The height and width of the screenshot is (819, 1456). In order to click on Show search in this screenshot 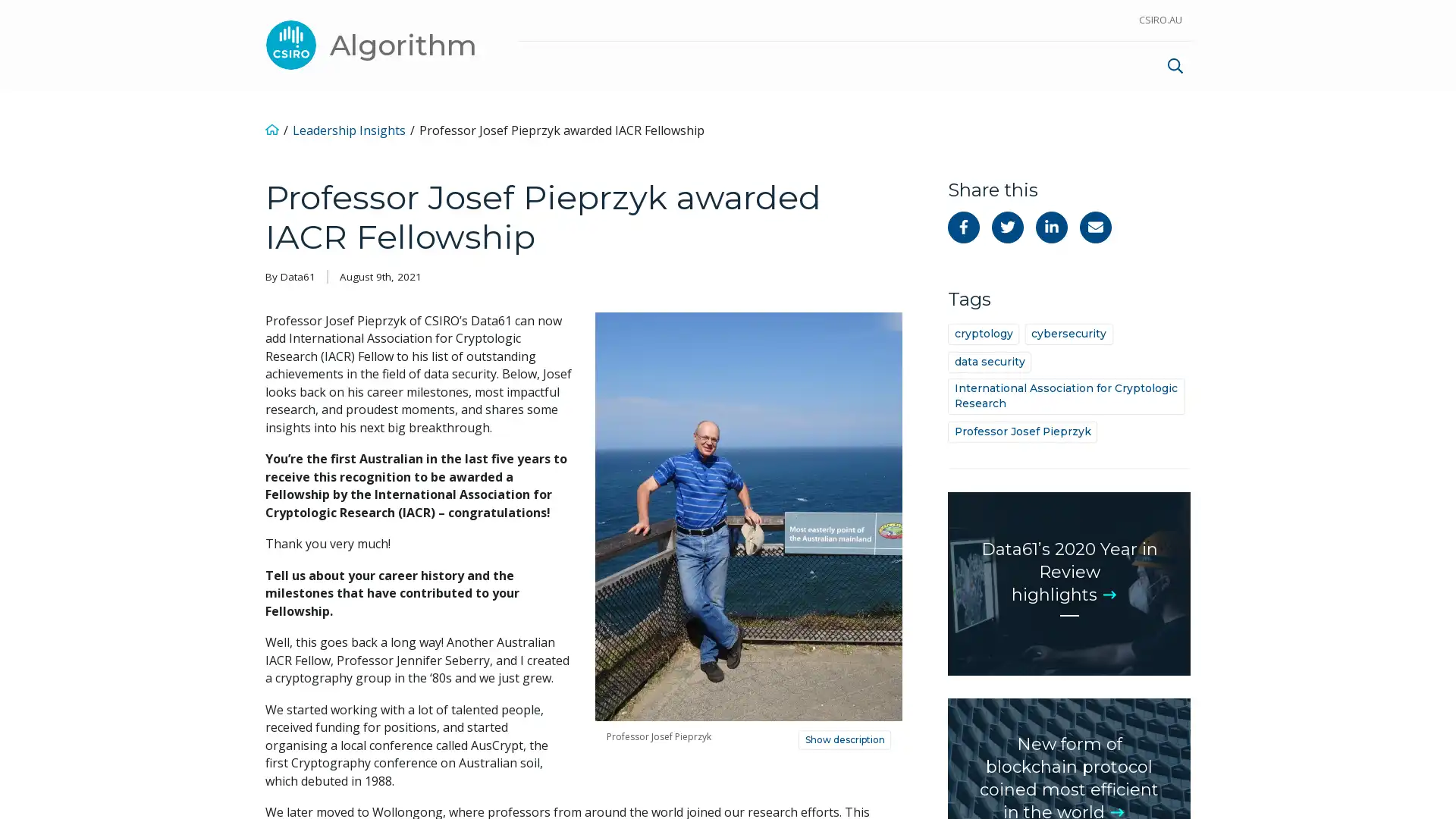, I will do `click(1175, 63)`.